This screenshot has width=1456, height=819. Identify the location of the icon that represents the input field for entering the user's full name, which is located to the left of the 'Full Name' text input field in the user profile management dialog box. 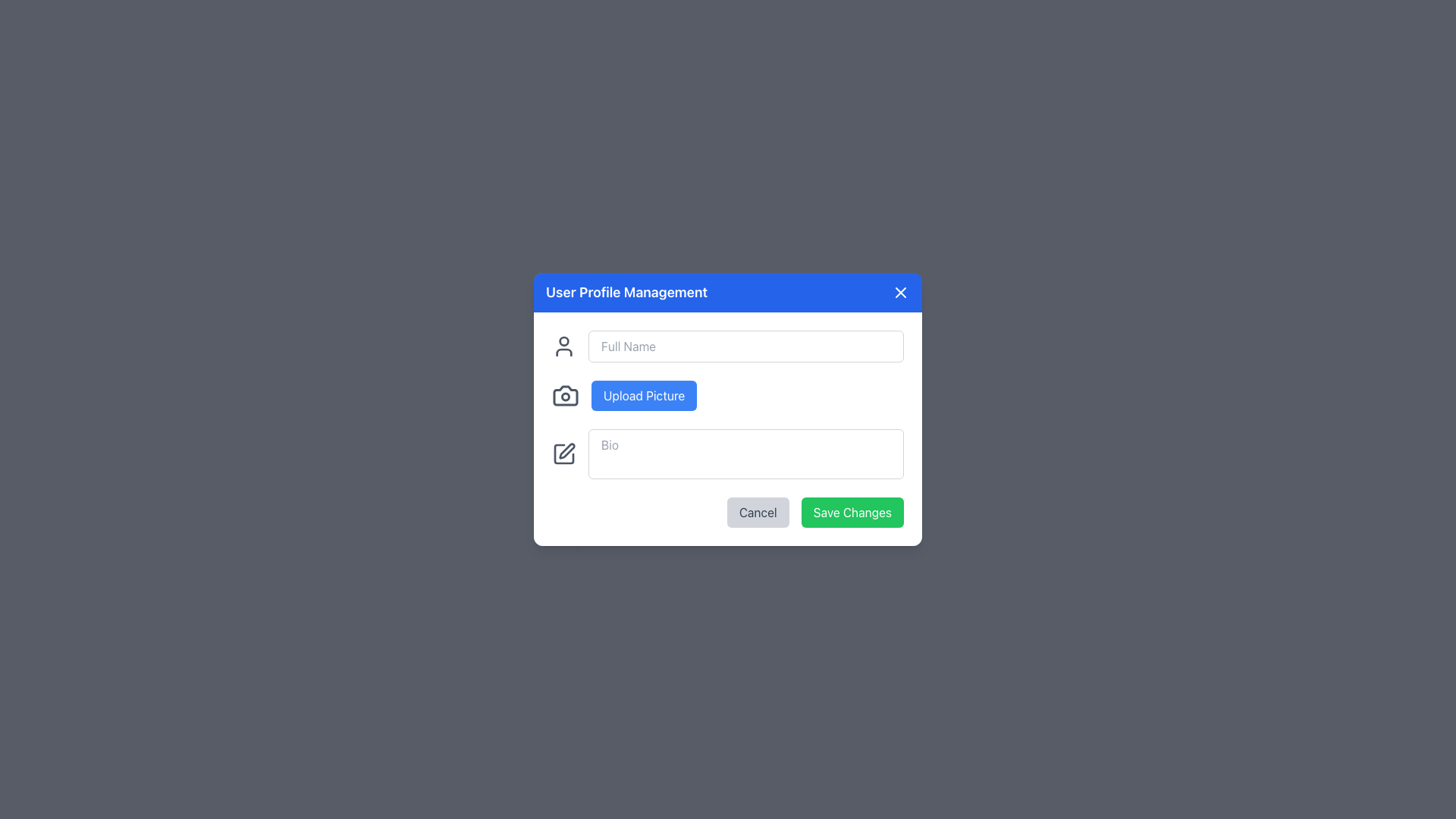
(563, 346).